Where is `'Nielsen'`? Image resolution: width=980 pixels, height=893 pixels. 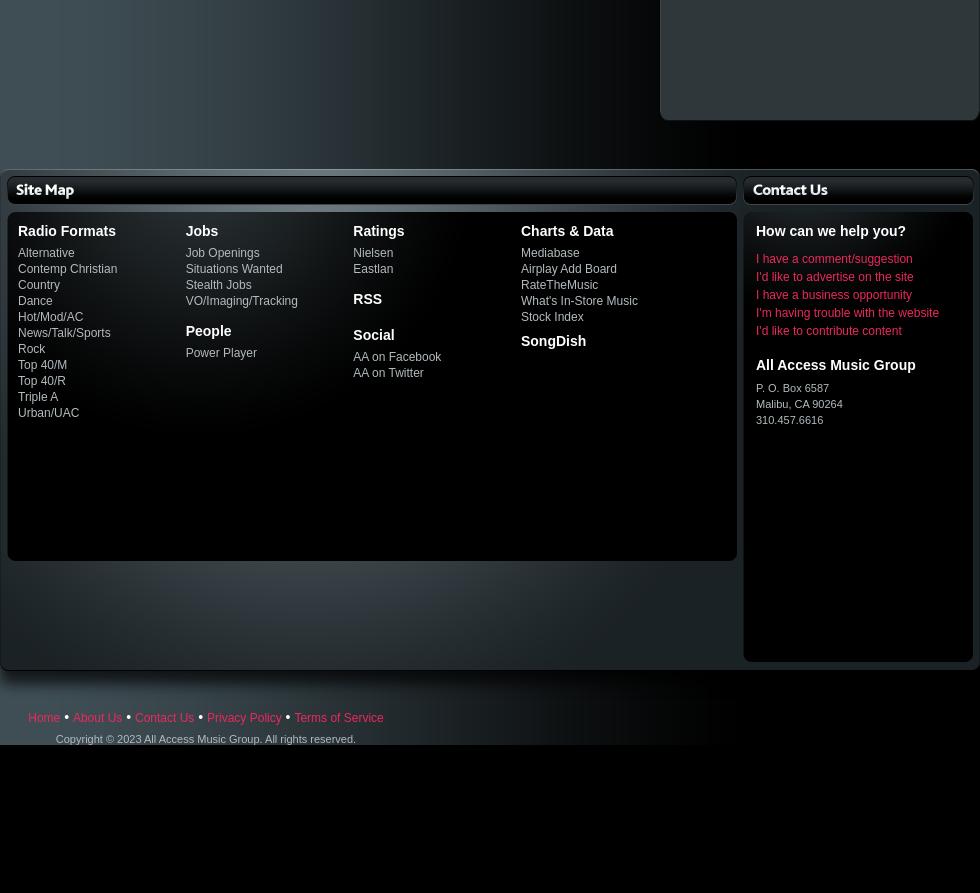
'Nielsen' is located at coordinates (352, 251).